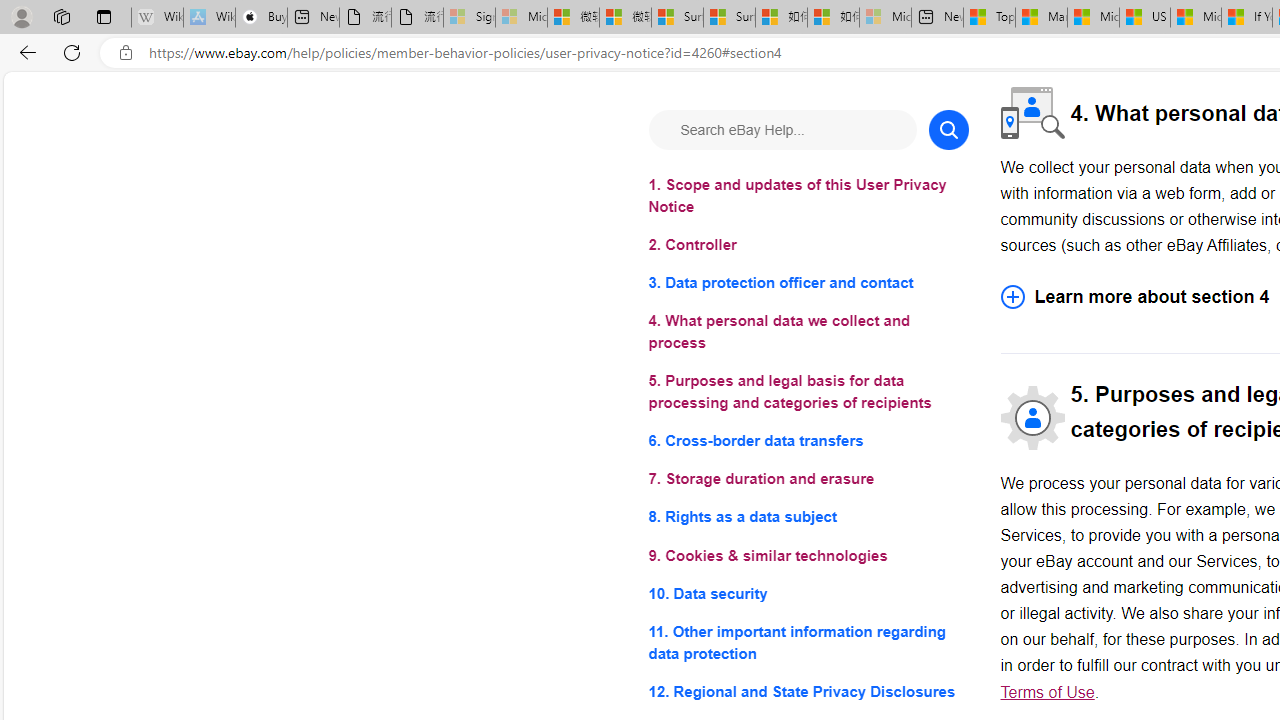 This screenshot has width=1280, height=720. Describe the element at coordinates (808, 555) in the screenshot. I see `'9. Cookies & similar technologies'` at that location.